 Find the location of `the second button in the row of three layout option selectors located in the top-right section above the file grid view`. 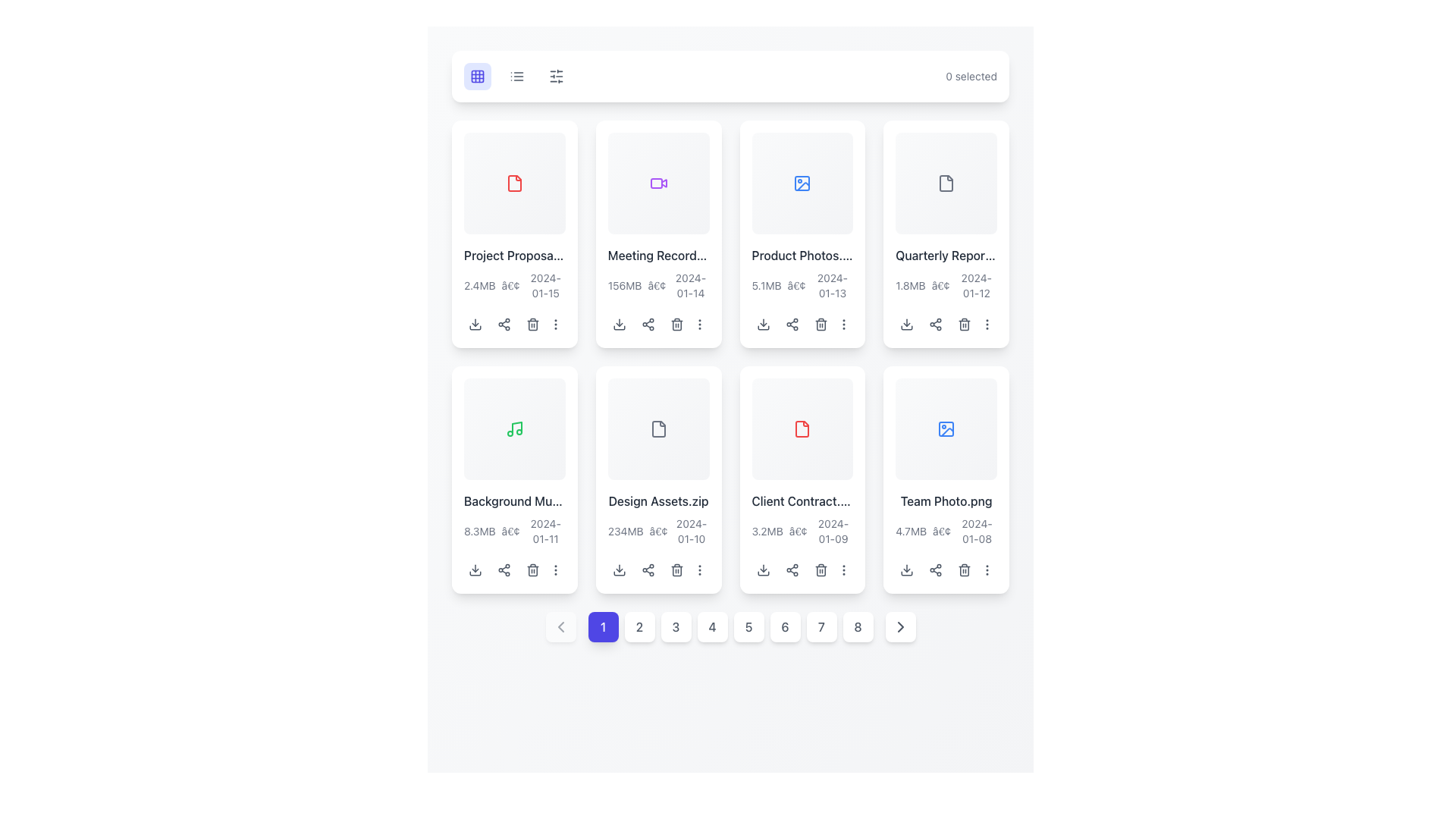

the second button in the row of three layout option selectors located in the top-right section above the file grid view is located at coordinates (516, 76).